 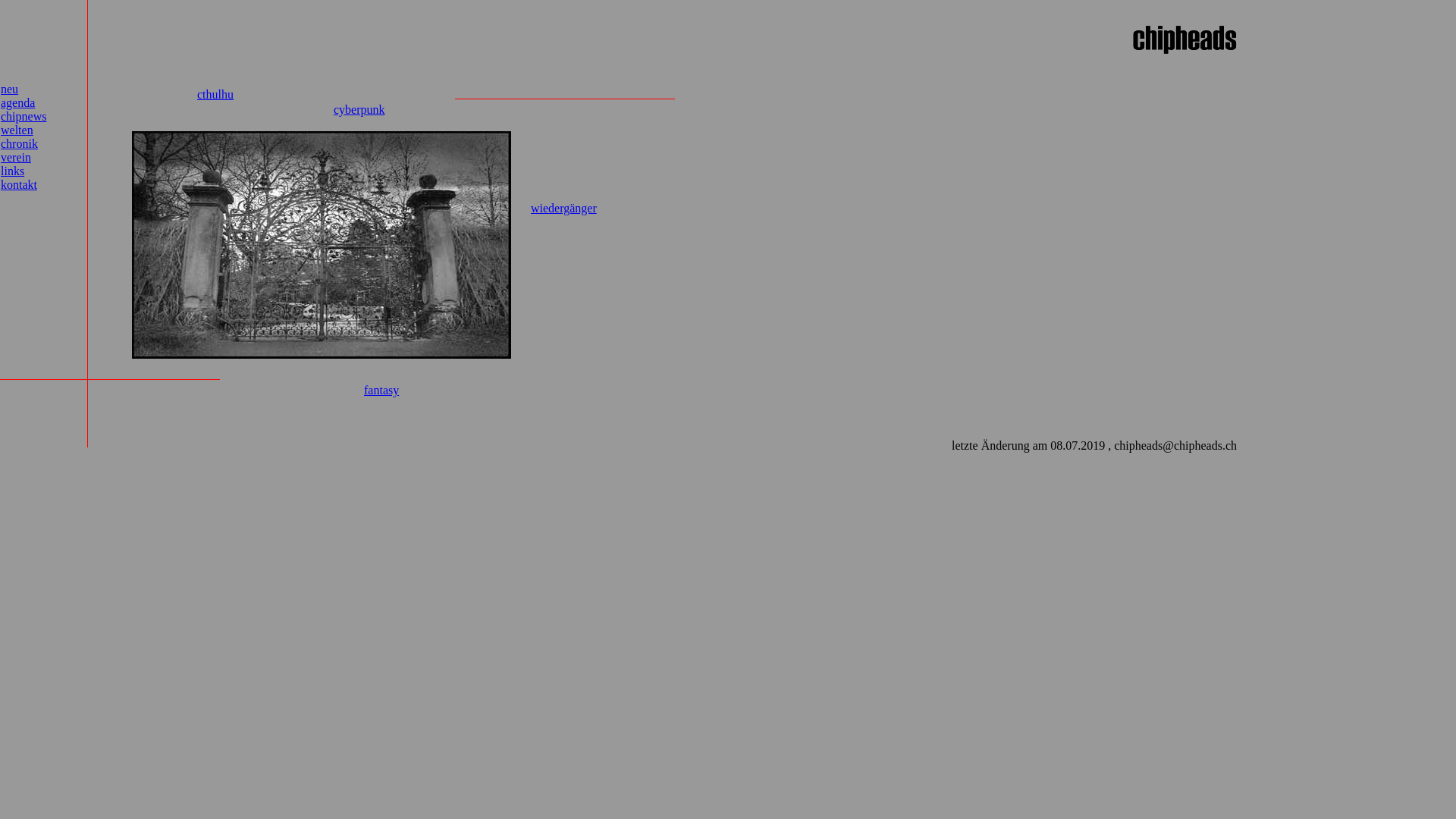 What do you see at coordinates (12, 171) in the screenshot?
I see `'links'` at bounding box center [12, 171].